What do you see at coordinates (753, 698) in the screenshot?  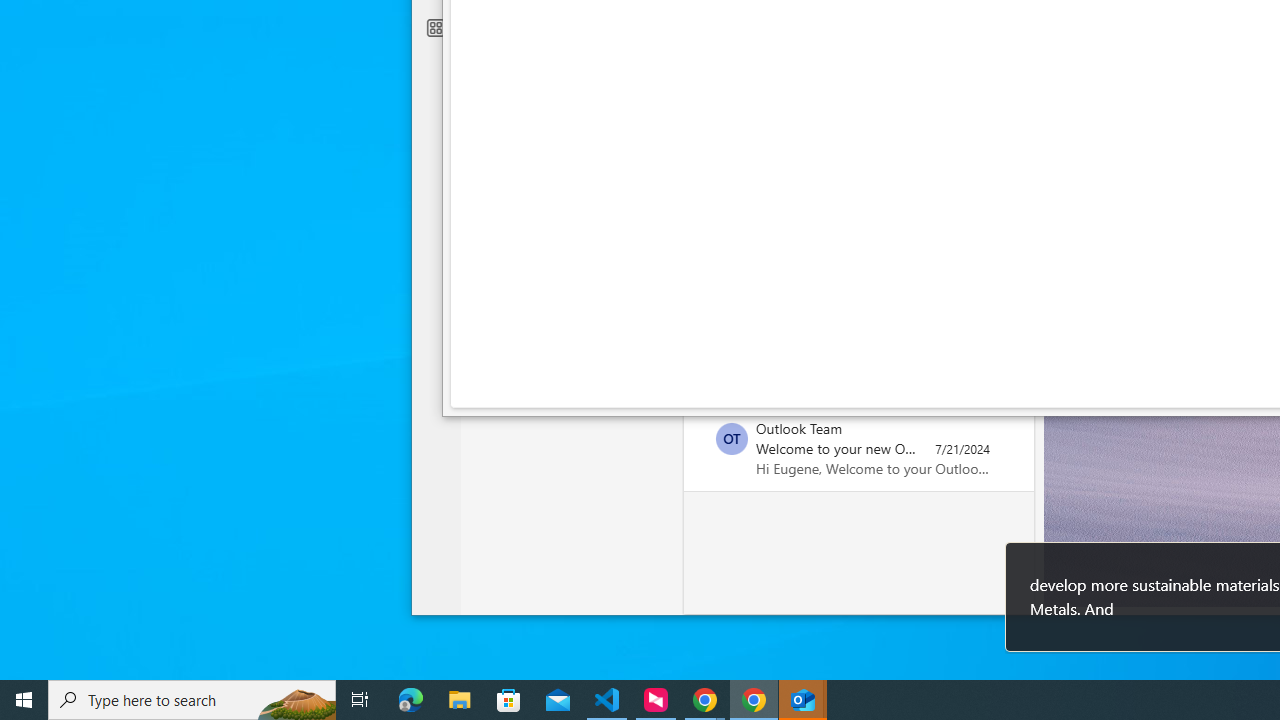 I see `'Google Chrome - 1 running window'` at bounding box center [753, 698].